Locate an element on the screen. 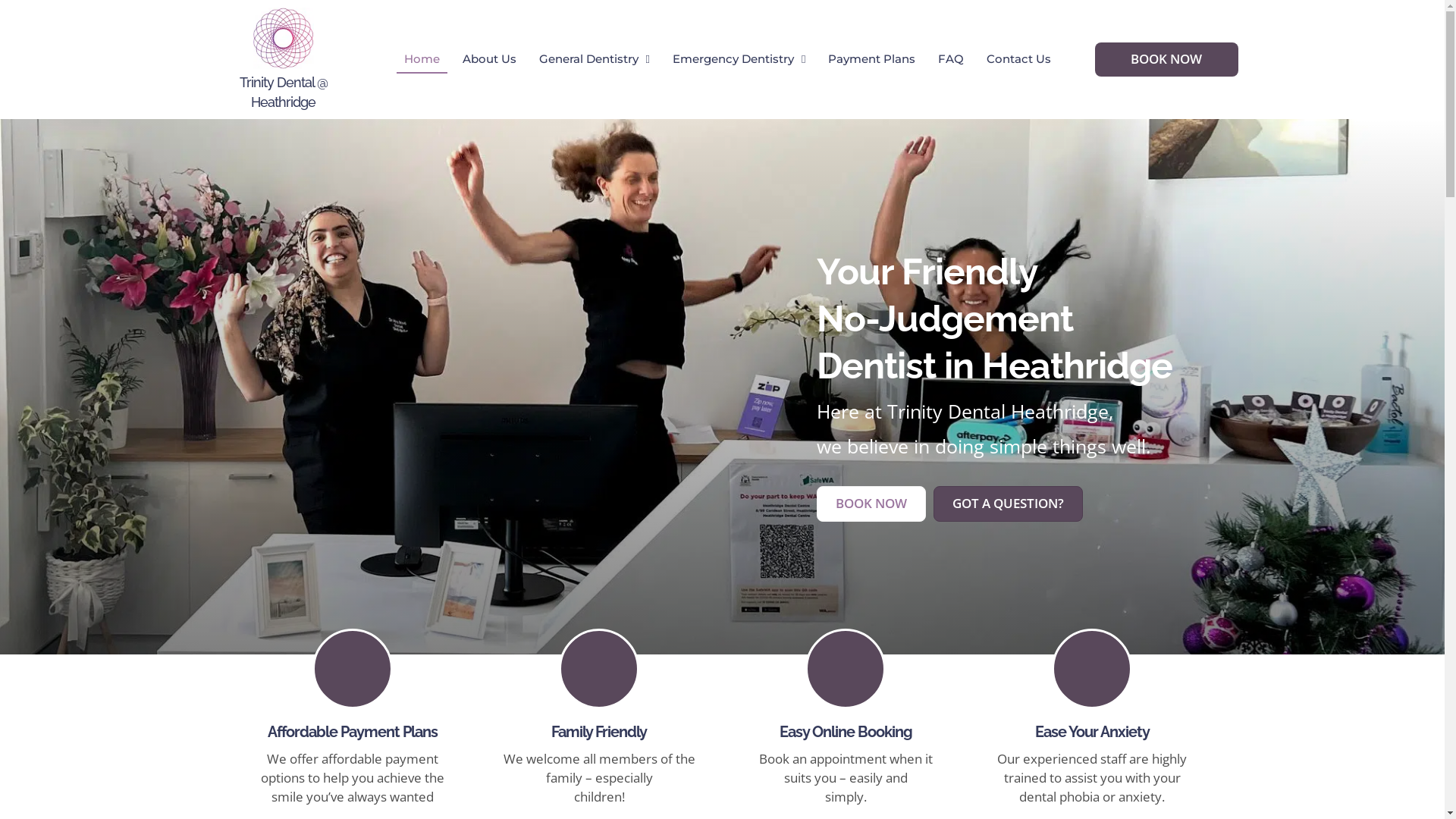 This screenshot has height=819, width=1456. 'BOOK NOW' is located at coordinates (814, 503).